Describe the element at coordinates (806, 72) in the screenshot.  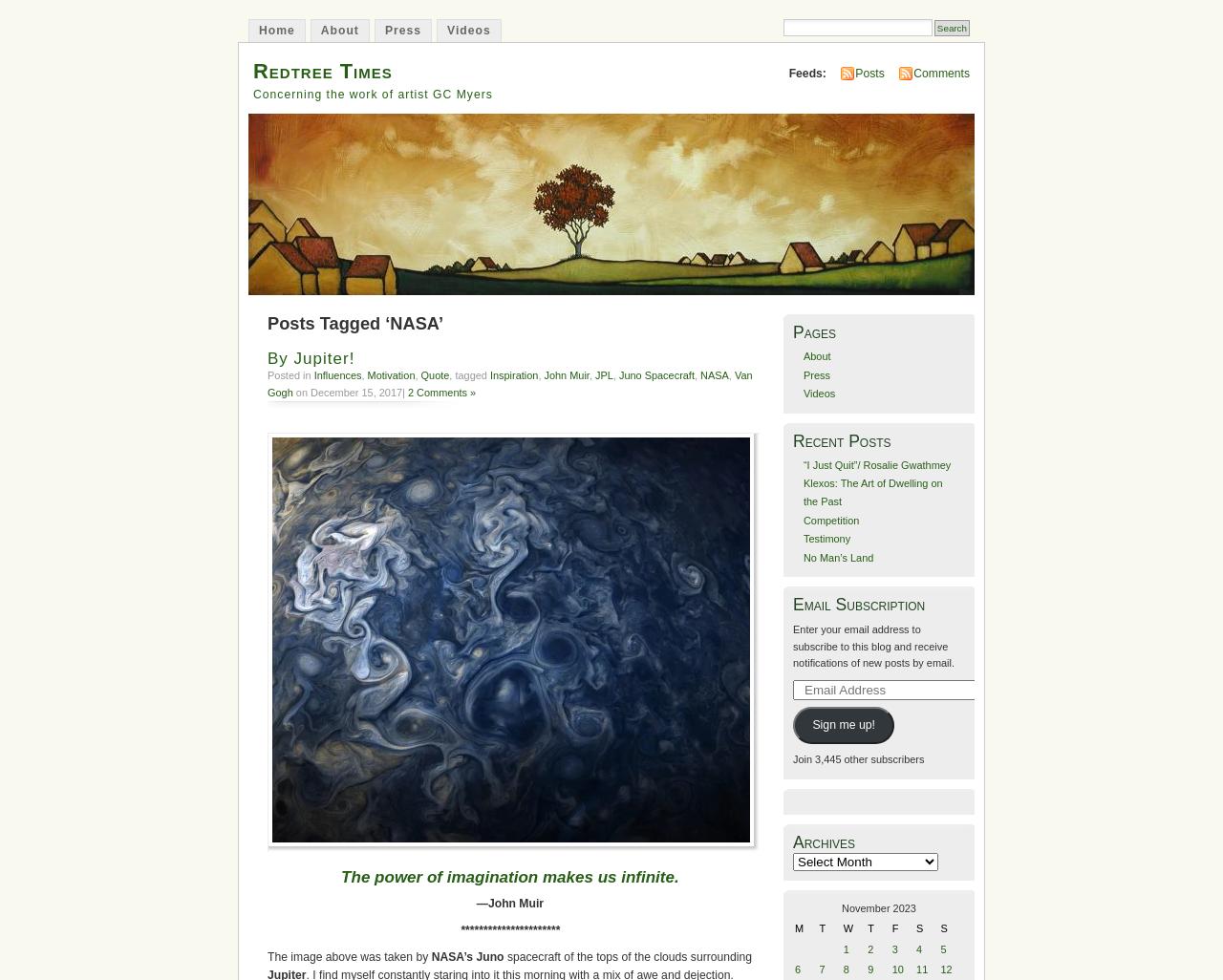
I see `'Feeds:'` at that location.